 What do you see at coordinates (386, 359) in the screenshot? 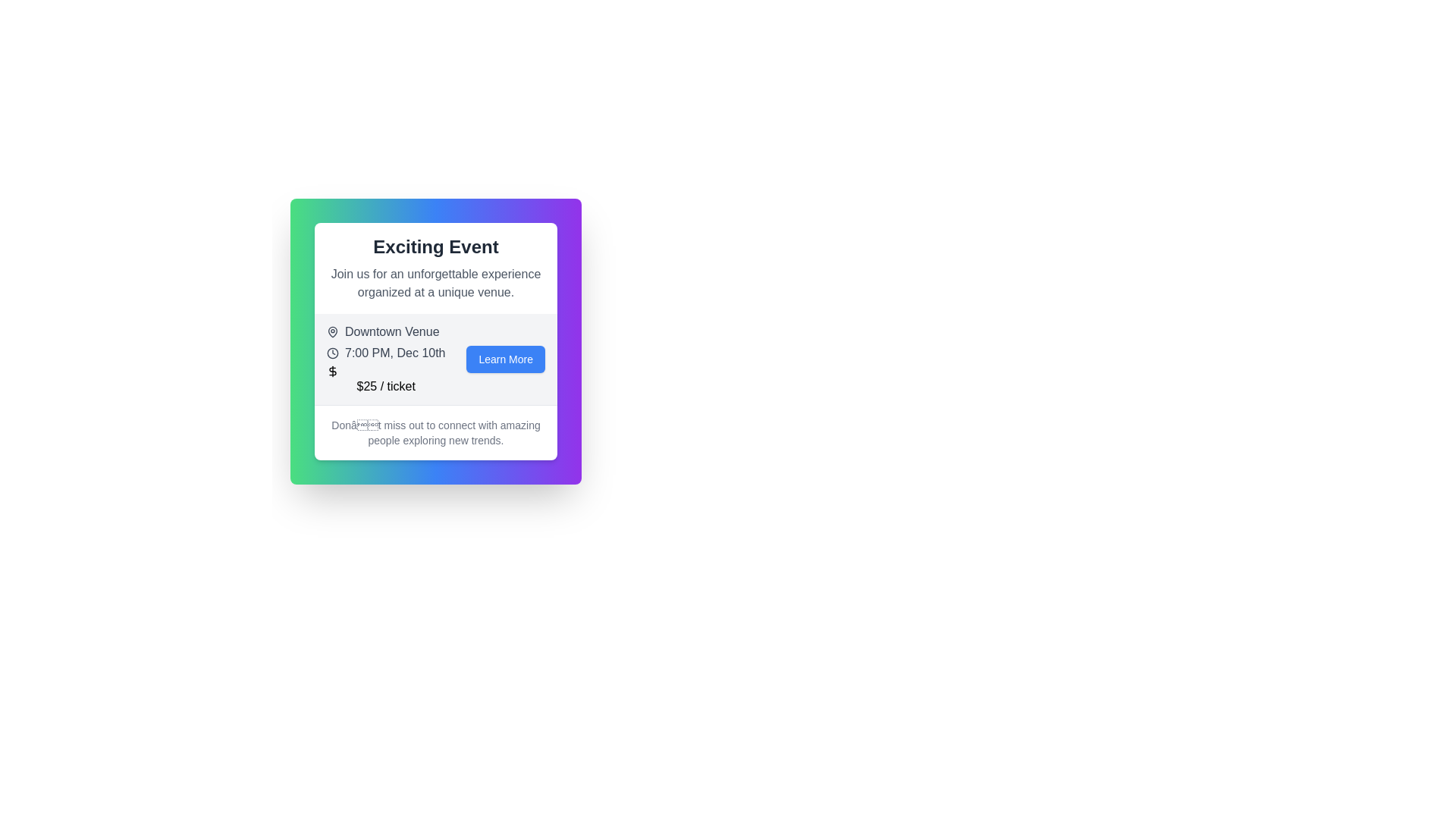
I see `the informational text block providing venue, time, date, and ticket price details for an event, located in the upper left part of the white card` at bounding box center [386, 359].